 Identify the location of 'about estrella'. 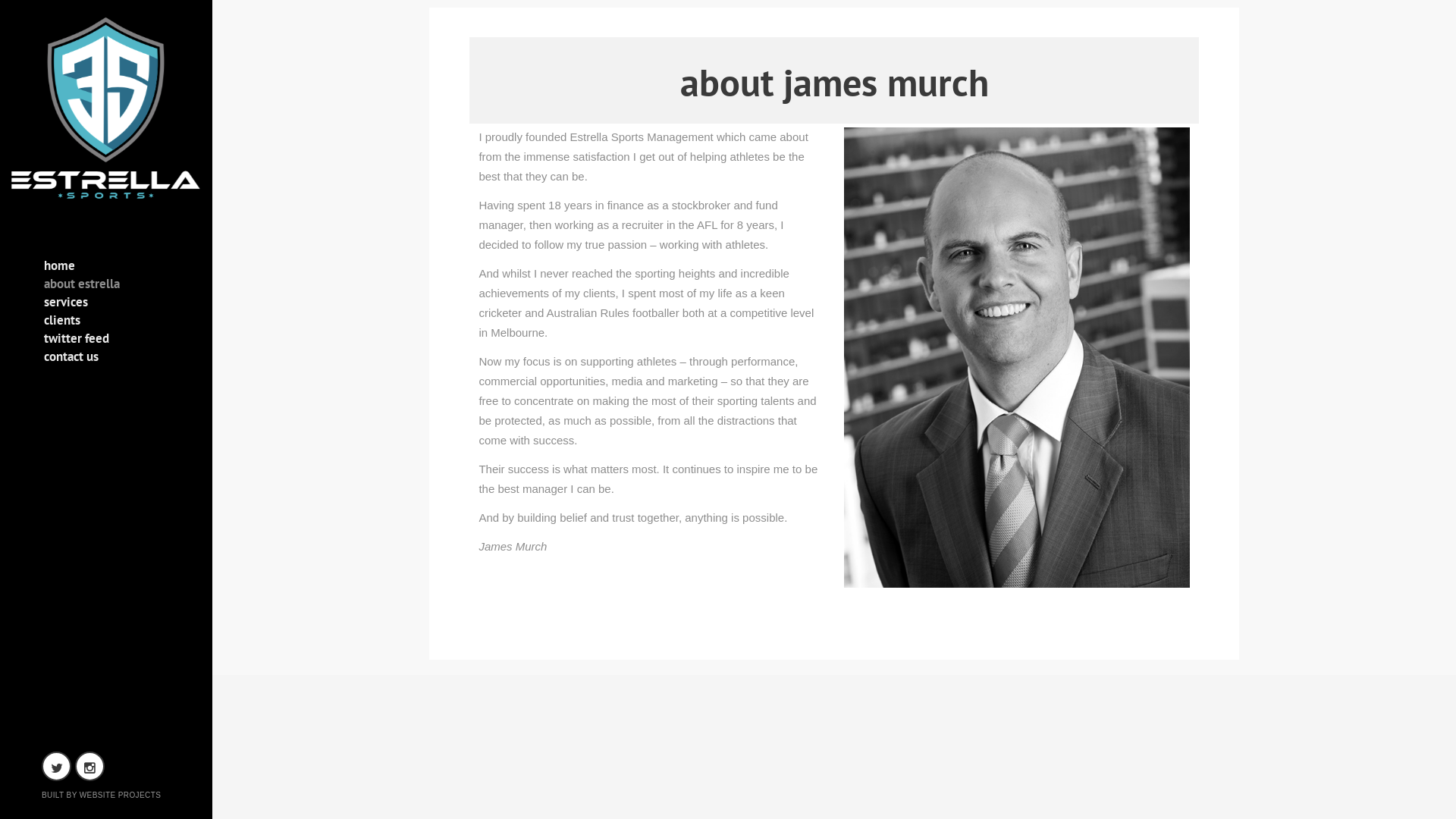
(43, 287).